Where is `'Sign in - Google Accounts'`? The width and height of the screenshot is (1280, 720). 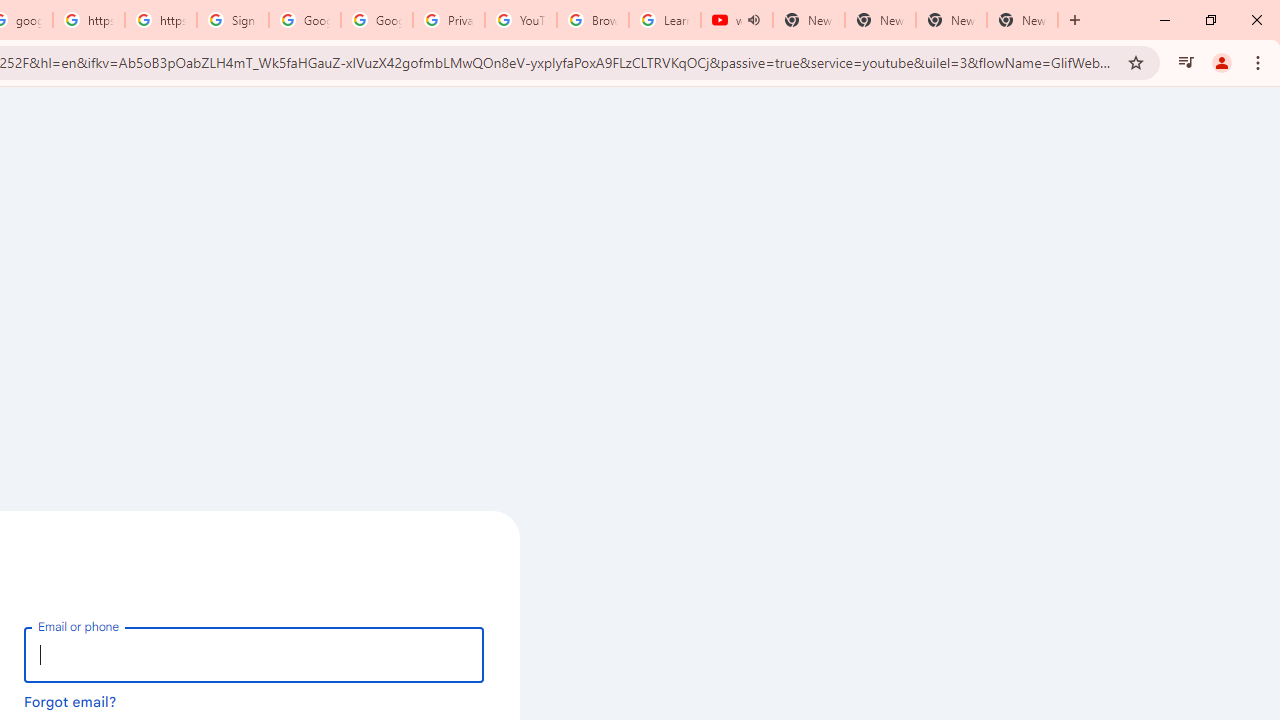
'Sign in - Google Accounts' is located at coordinates (232, 20).